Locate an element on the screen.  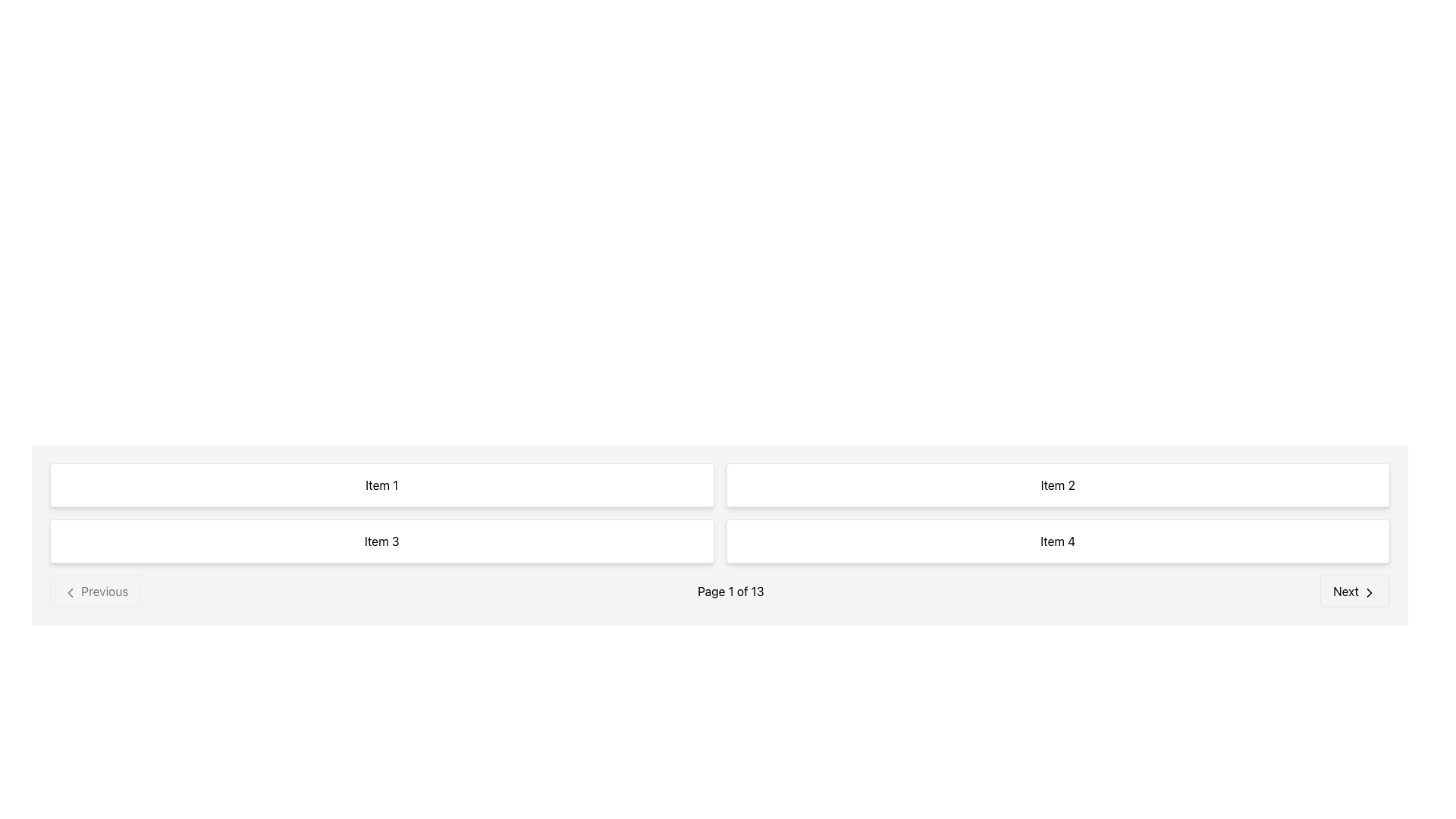
the right-pointing chevron icon located within the 'Next' button at the bottom right of the interface is located at coordinates (1369, 591).